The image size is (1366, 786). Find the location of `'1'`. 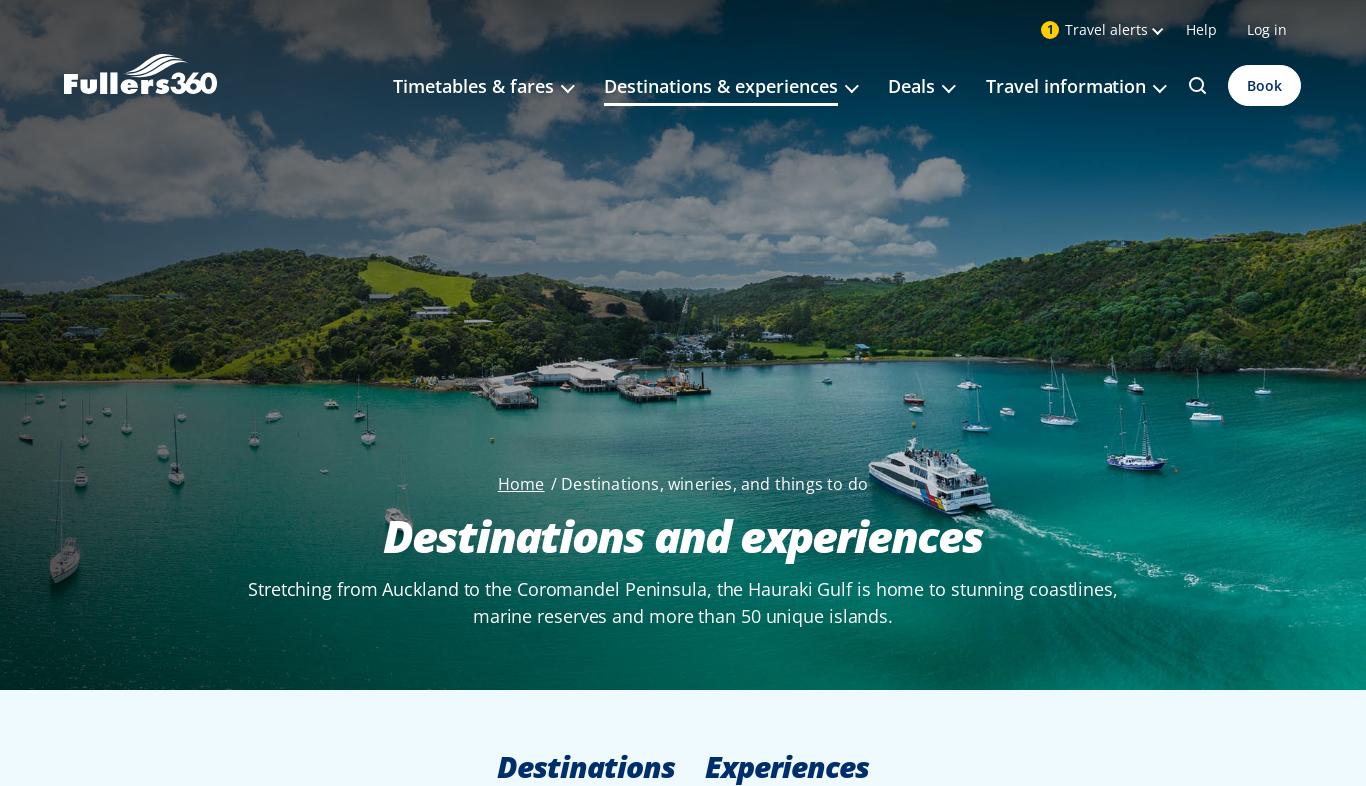

'1' is located at coordinates (1048, 28).